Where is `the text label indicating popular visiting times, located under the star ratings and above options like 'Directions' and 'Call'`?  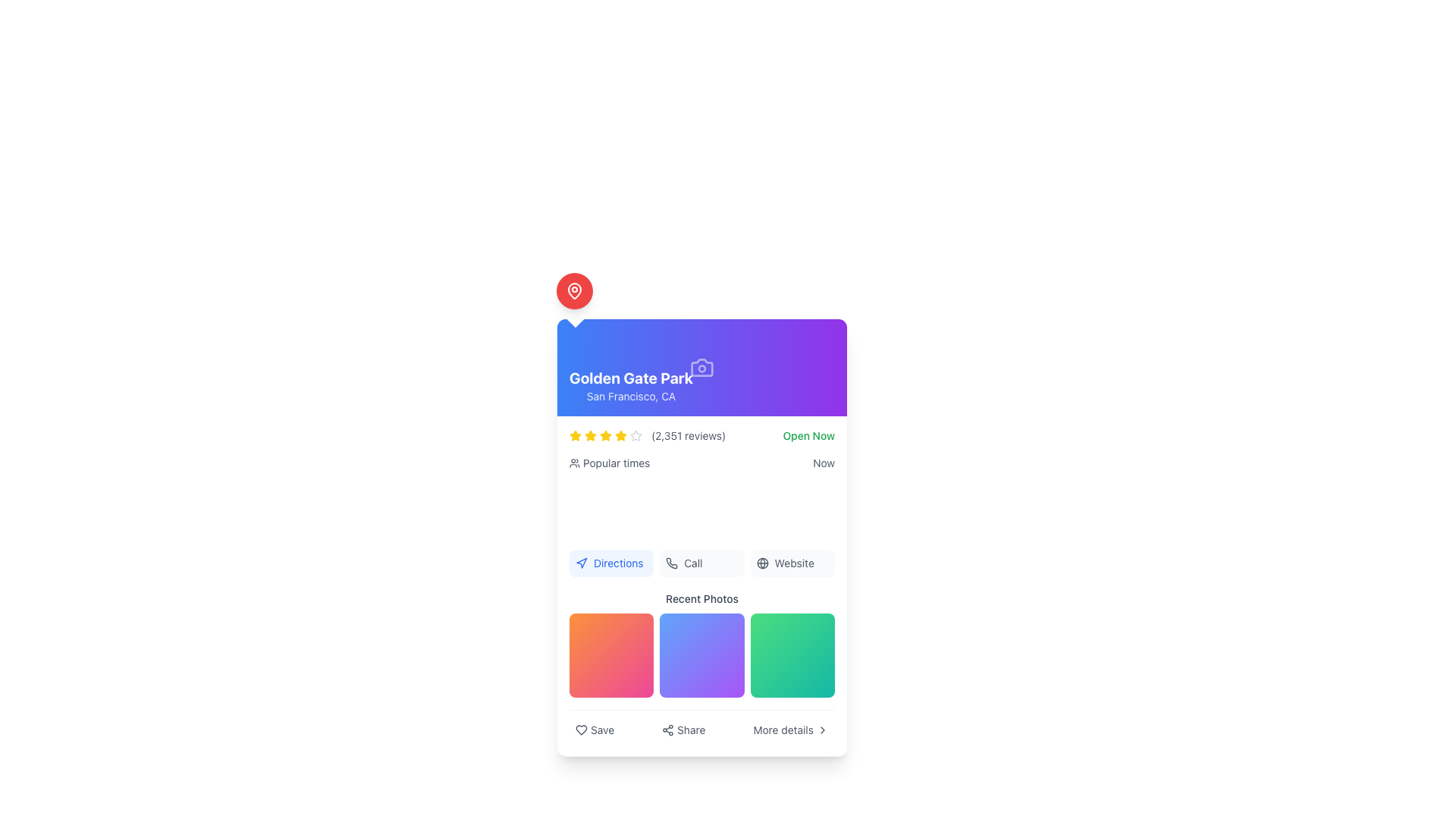 the text label indicating popular visiting times, located under the star ratings and above options like 'Directions' and 'Call' is located at coordinates (610, 462).